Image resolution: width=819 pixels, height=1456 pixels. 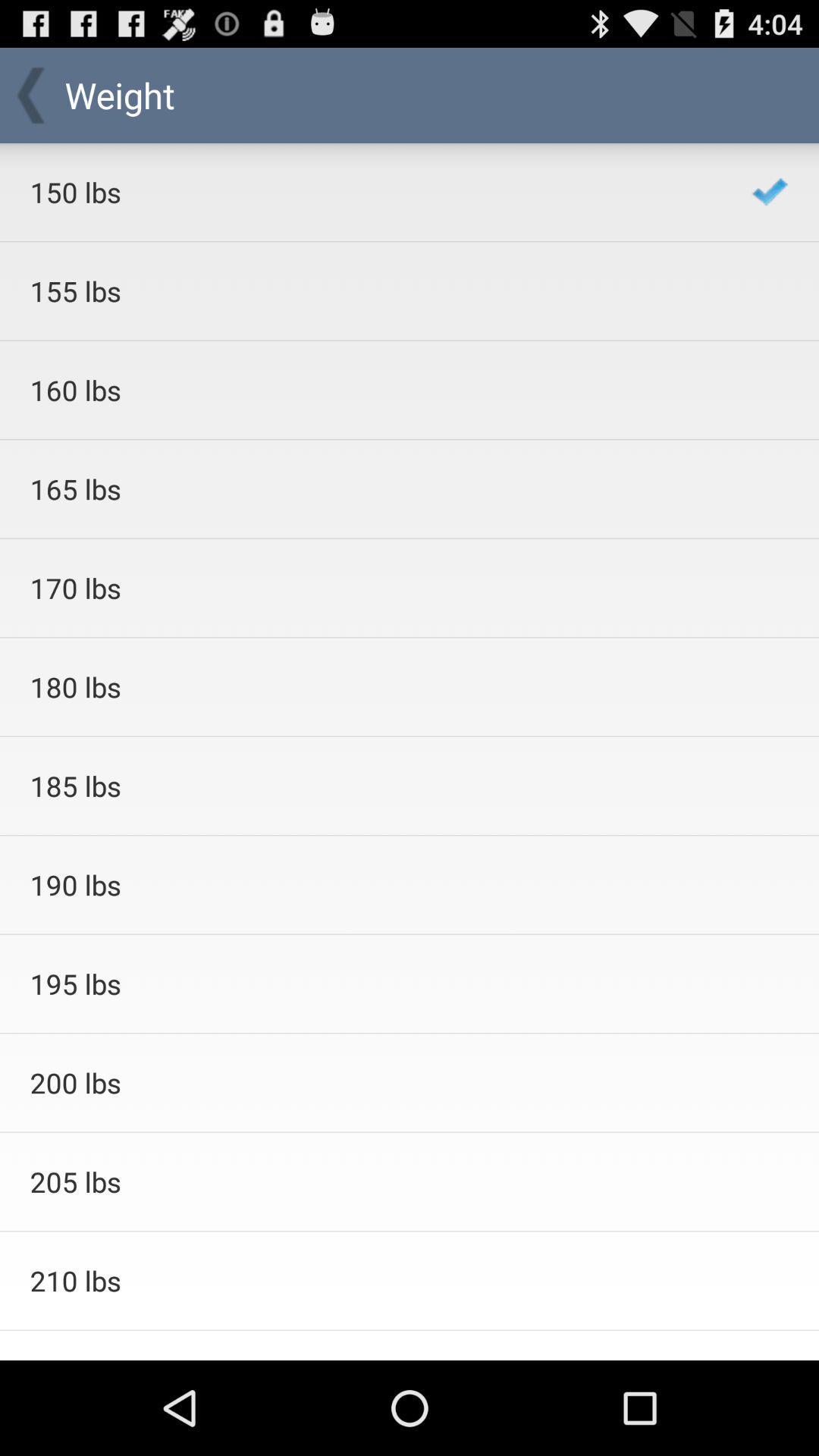 What do you see at coordinates (371, 1181) in the screenshot?
I see `205 lbs` at bounding box center [371, 1181].